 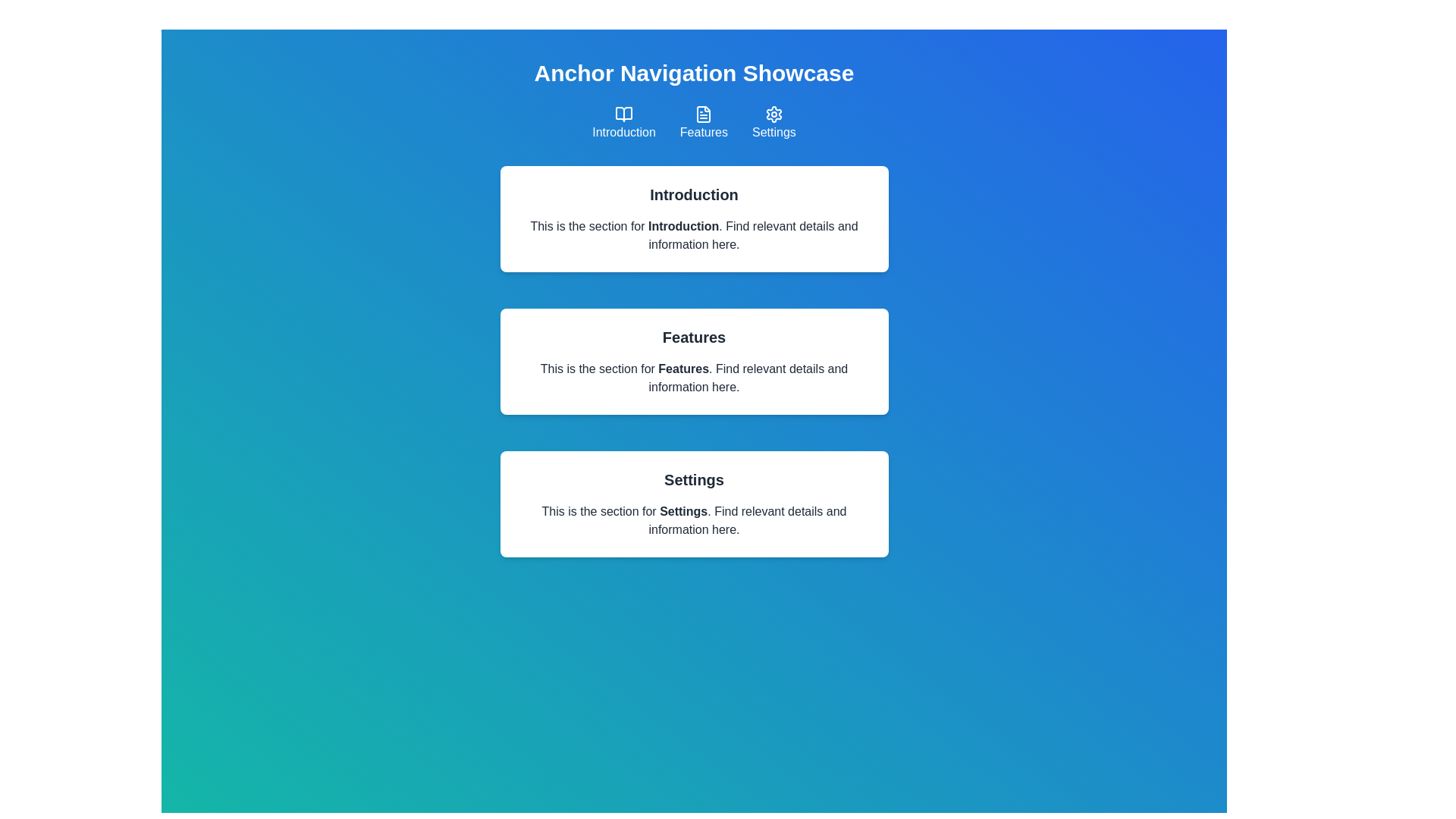 What do you see at coordinates (773, 122) in the screenshot?
I see `the gear-shaped icon labeled 'Settings'` at bounding box center [773, 122].